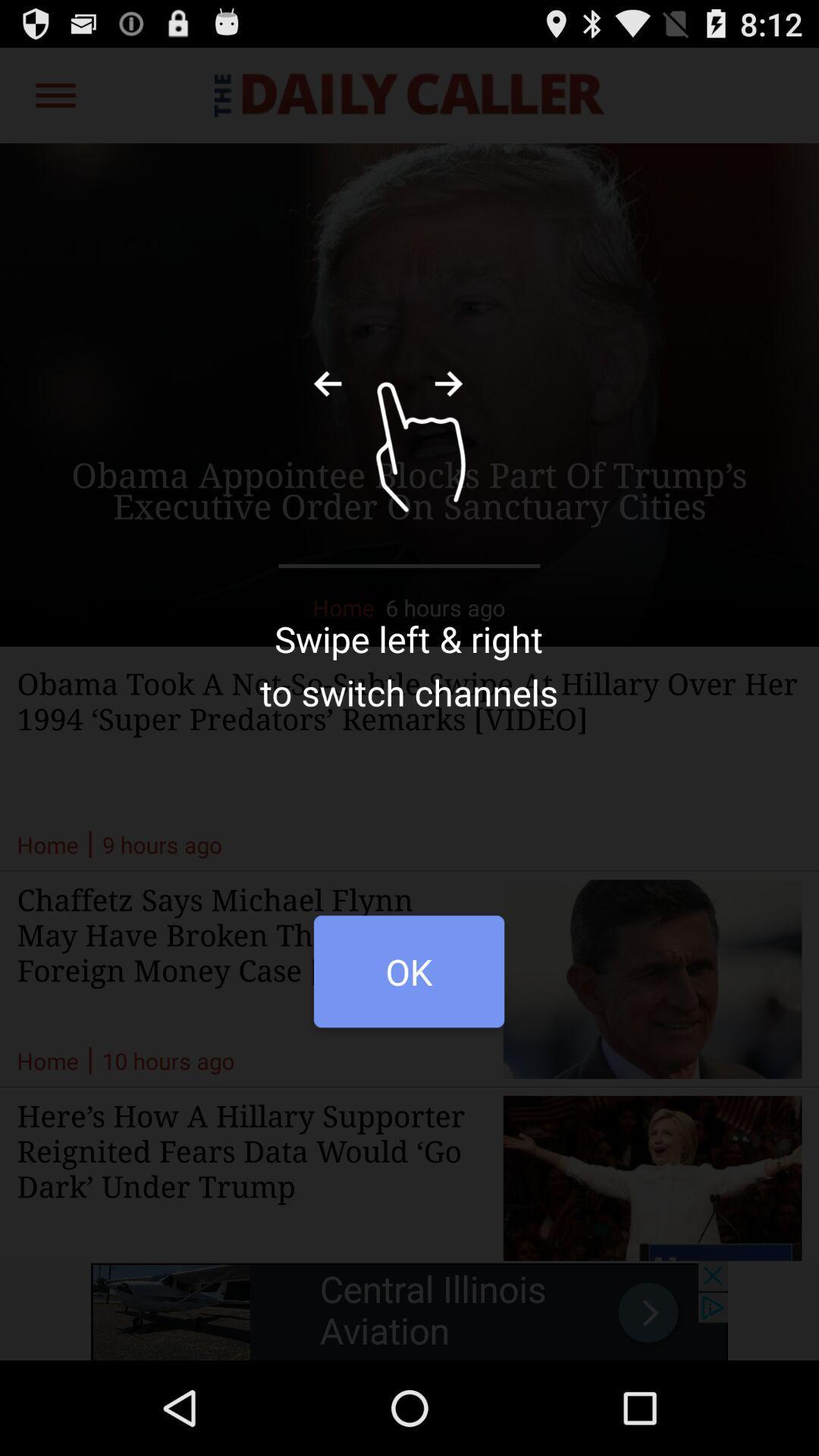 The image size is (819, 1456). What do you see at coordinates (408, 979) in the screenshot?
I see `item below the swipe left right item` at bounding box center [408, 979].